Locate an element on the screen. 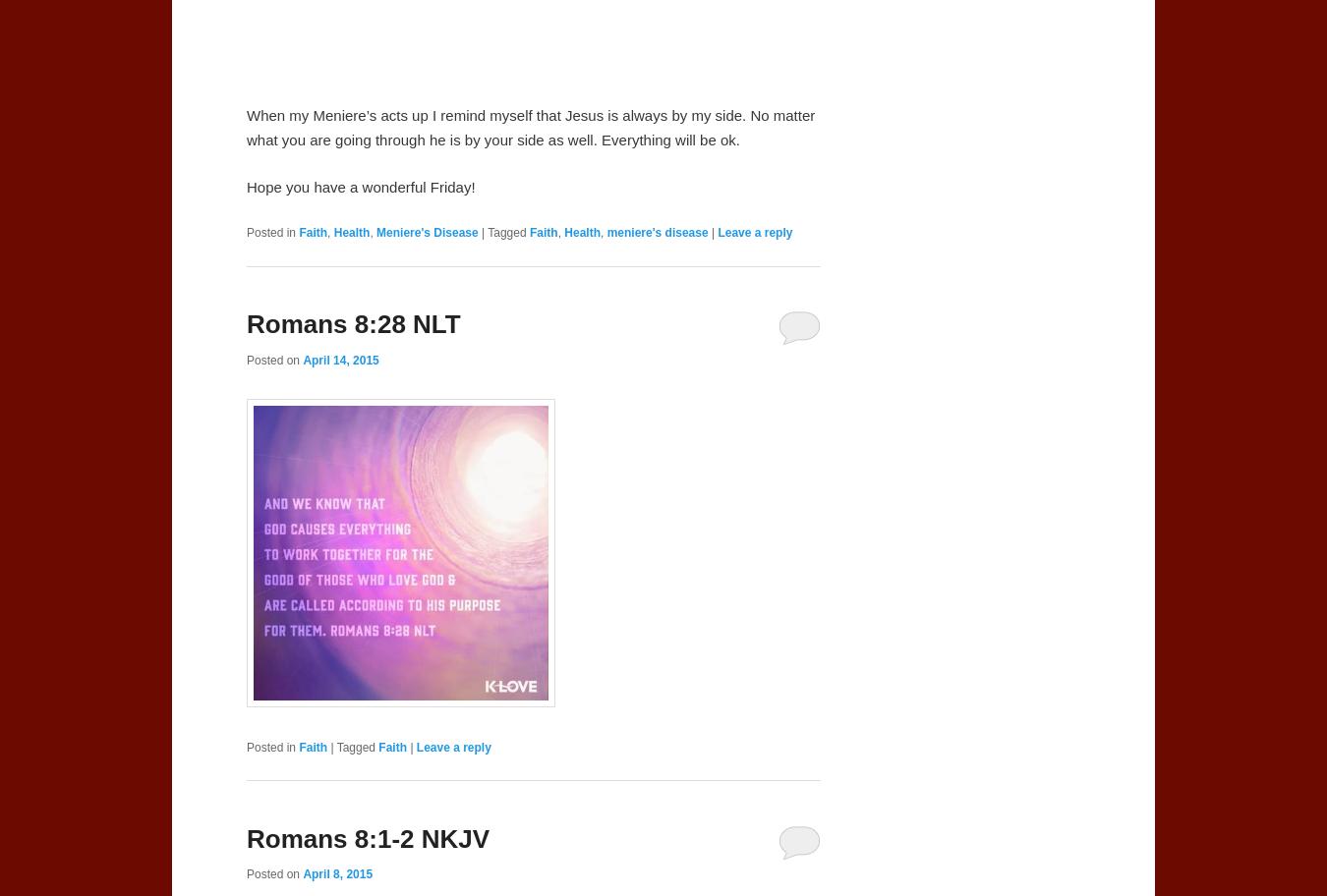 The width and height of the screenshot is (1327, 896). 'Hope you have a wonderful Friday!' is located at coordinates (361, 187).